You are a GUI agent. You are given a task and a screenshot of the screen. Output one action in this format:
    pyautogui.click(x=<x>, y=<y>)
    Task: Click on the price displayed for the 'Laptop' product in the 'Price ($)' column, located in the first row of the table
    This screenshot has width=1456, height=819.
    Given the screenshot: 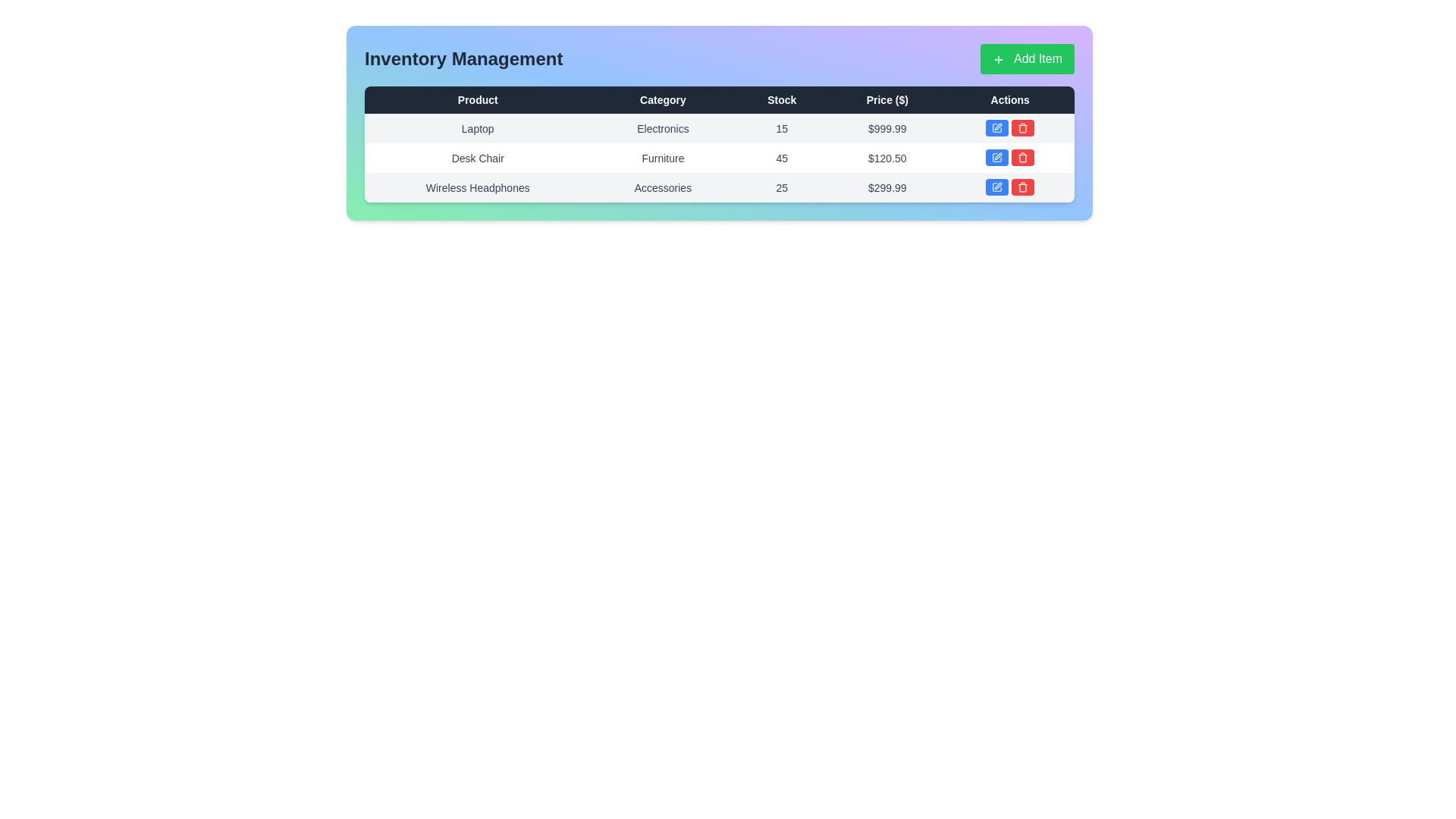 What is the action you would take?
    pyautogui.click(x=887, y=127)
    